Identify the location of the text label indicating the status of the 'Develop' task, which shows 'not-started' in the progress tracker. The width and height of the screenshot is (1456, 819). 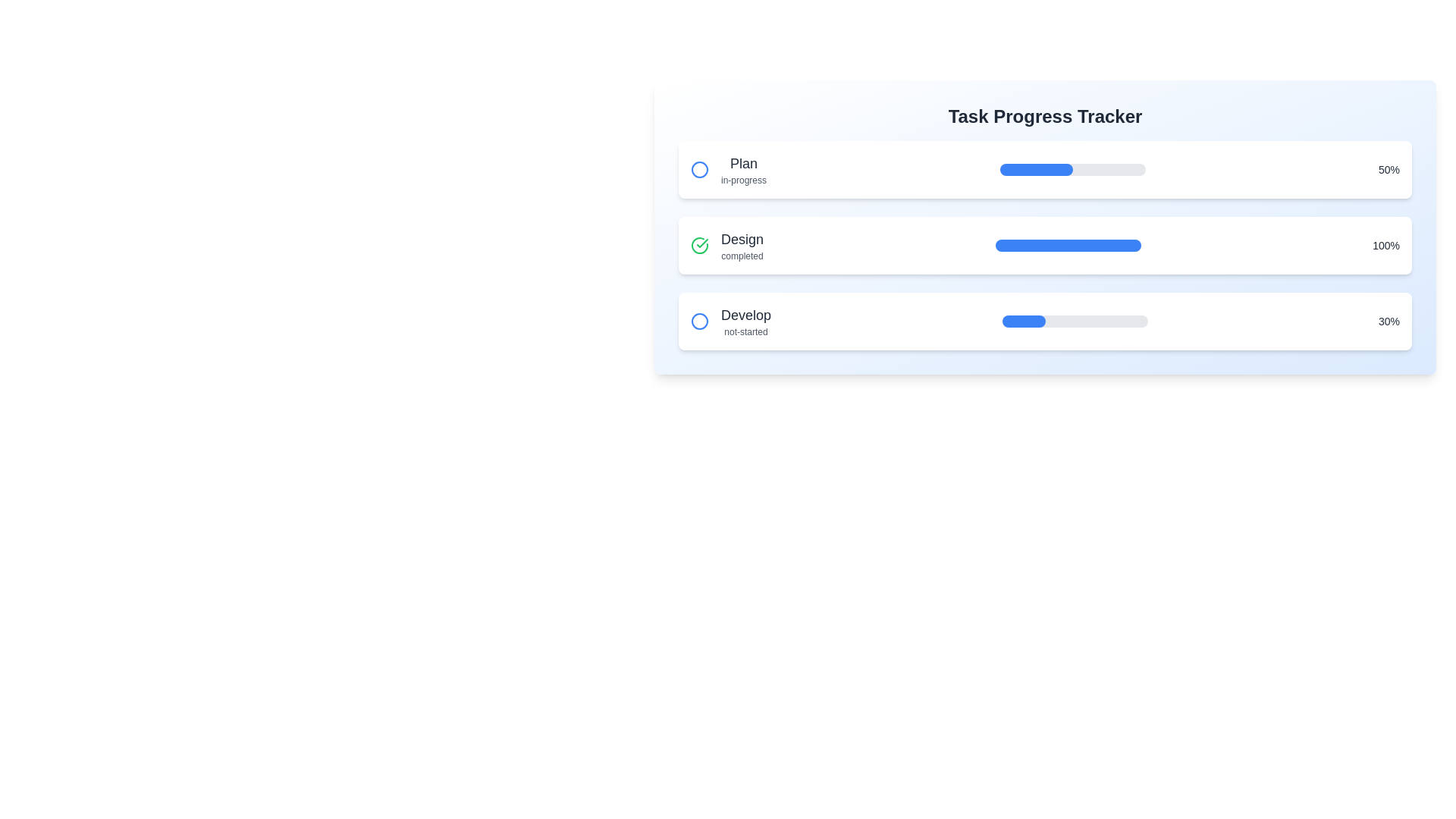
(745, 331).